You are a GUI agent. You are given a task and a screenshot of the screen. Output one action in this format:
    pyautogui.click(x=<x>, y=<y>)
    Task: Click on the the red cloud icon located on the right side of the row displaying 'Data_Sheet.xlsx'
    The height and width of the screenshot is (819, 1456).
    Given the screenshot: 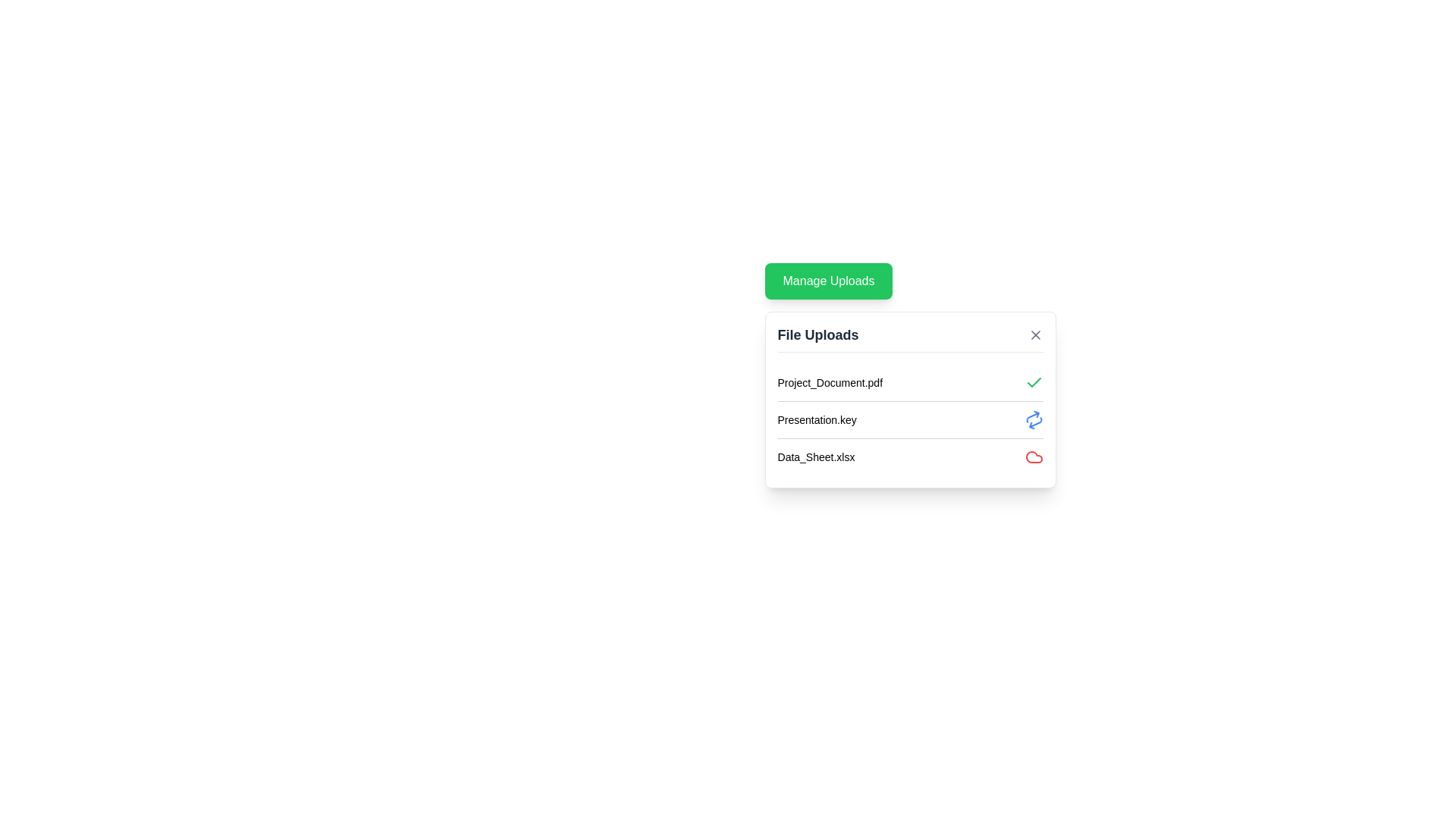 What is the action you would take?
    pyautogui.click(x=1033, y=456)
    